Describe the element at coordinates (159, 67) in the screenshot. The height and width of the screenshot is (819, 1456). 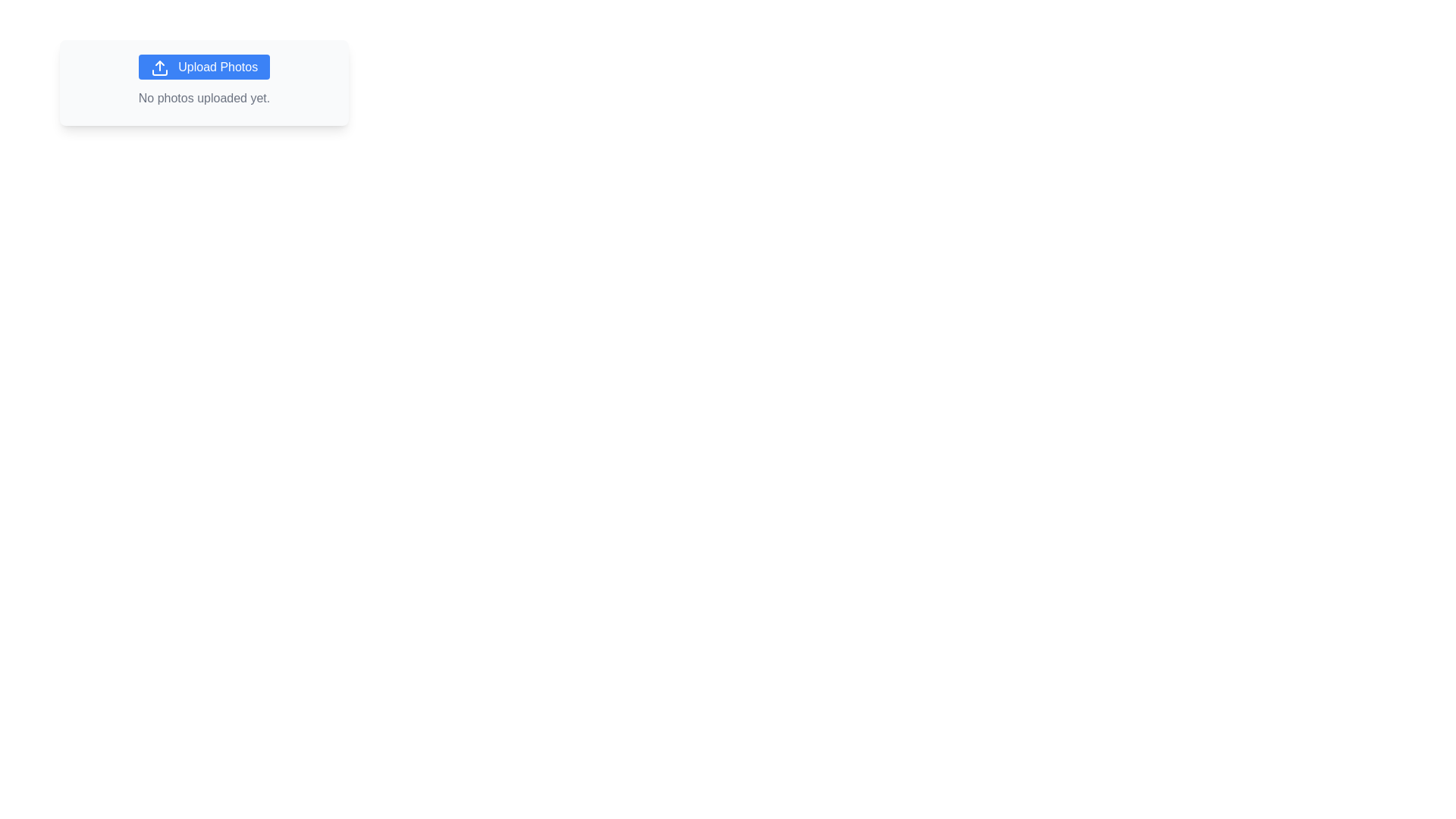
I see `the upload icon, which is a compact icon resembling an upward-pointing arrow above a flat base, located at the top-left of the 'Upload Photos' button, to interact with the upload functionality` at that location.